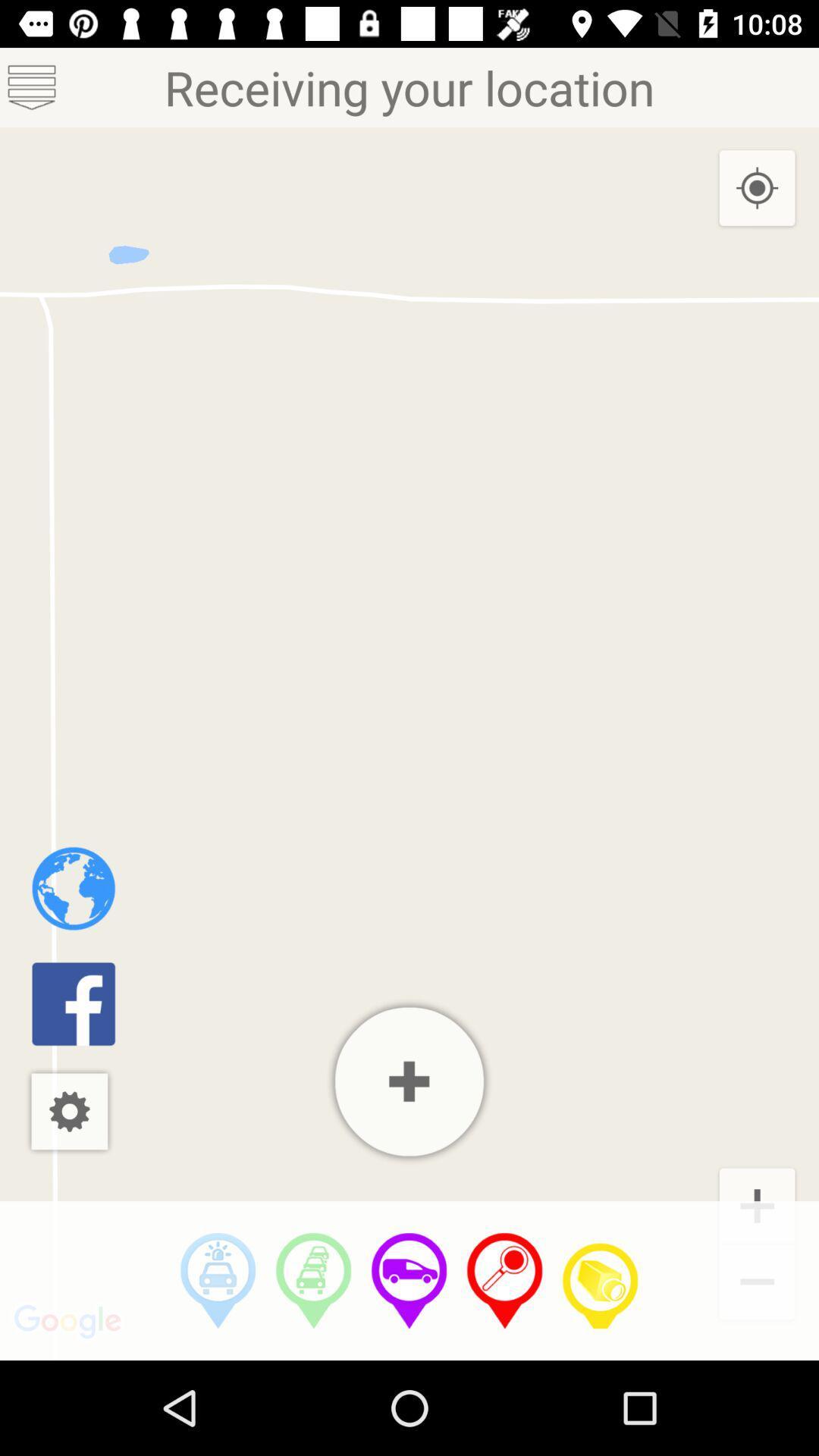  What do you see at coordinates (409, 1081) in the screenshot?
I see `more details` at bounding box center [409, 1081].